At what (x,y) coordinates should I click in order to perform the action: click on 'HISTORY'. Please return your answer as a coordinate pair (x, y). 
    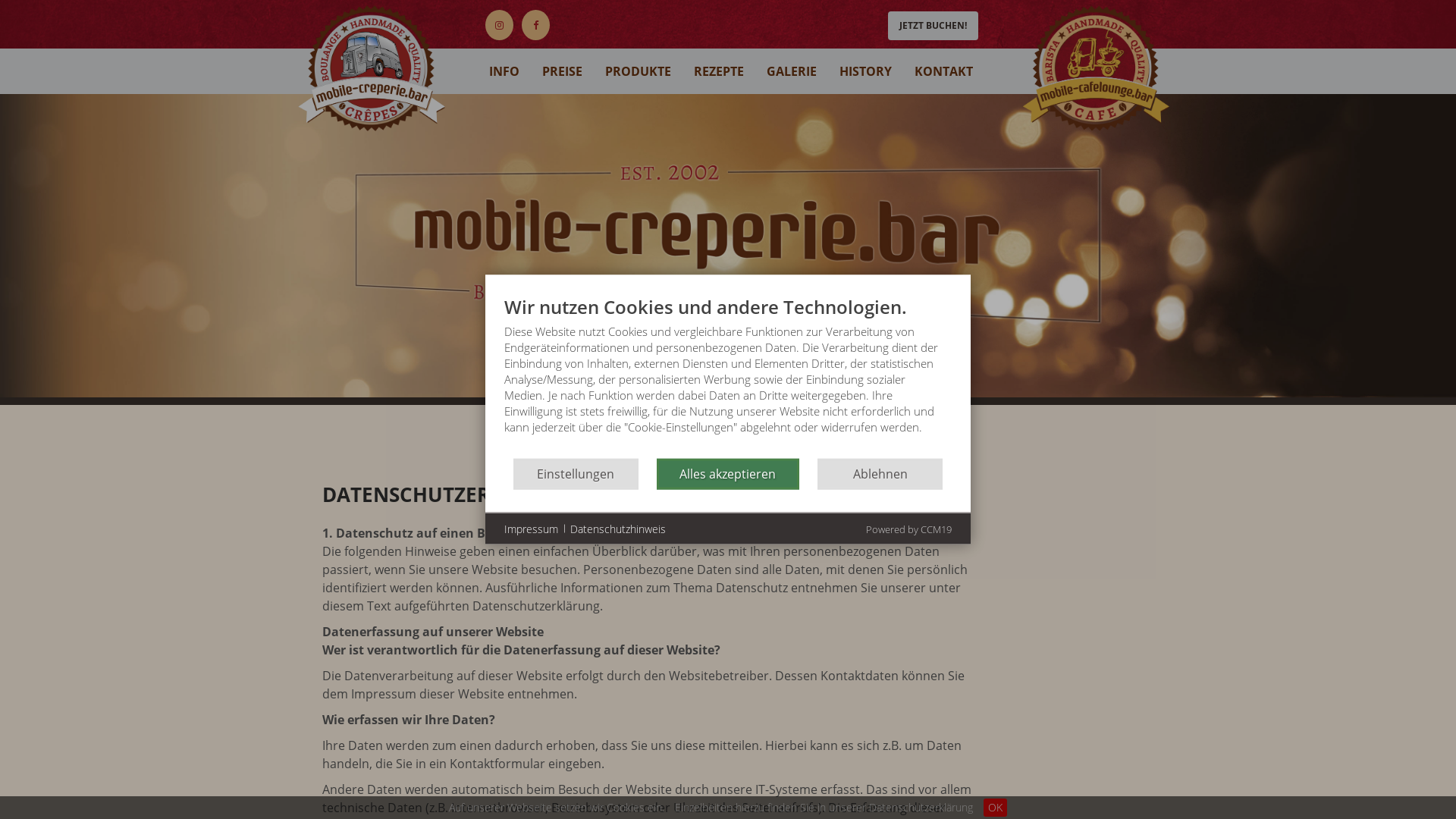
    Looking at the image, I should click on (865, 71).